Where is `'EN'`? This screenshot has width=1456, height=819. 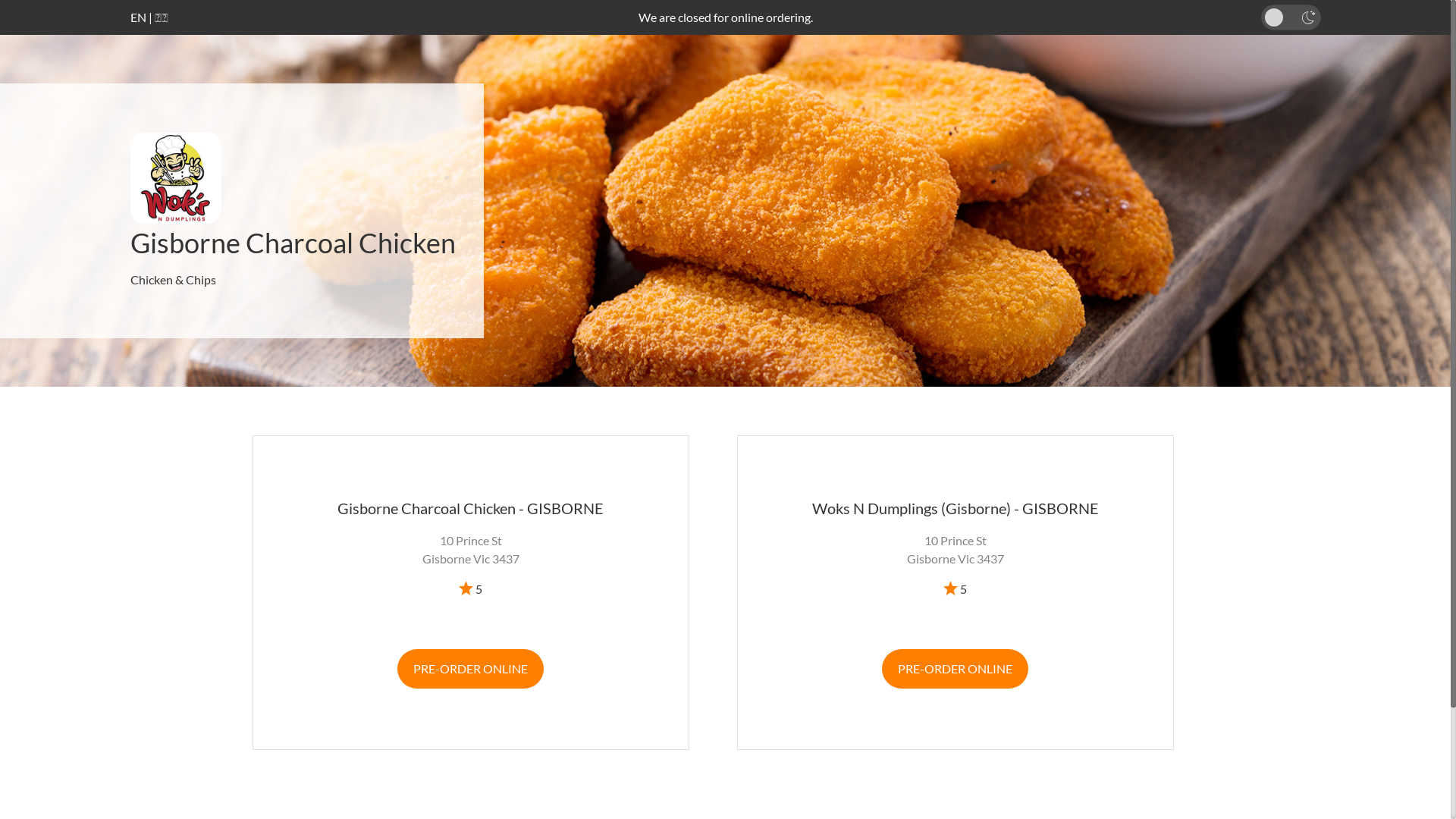
'EN' is located at coordinates (138, 17).